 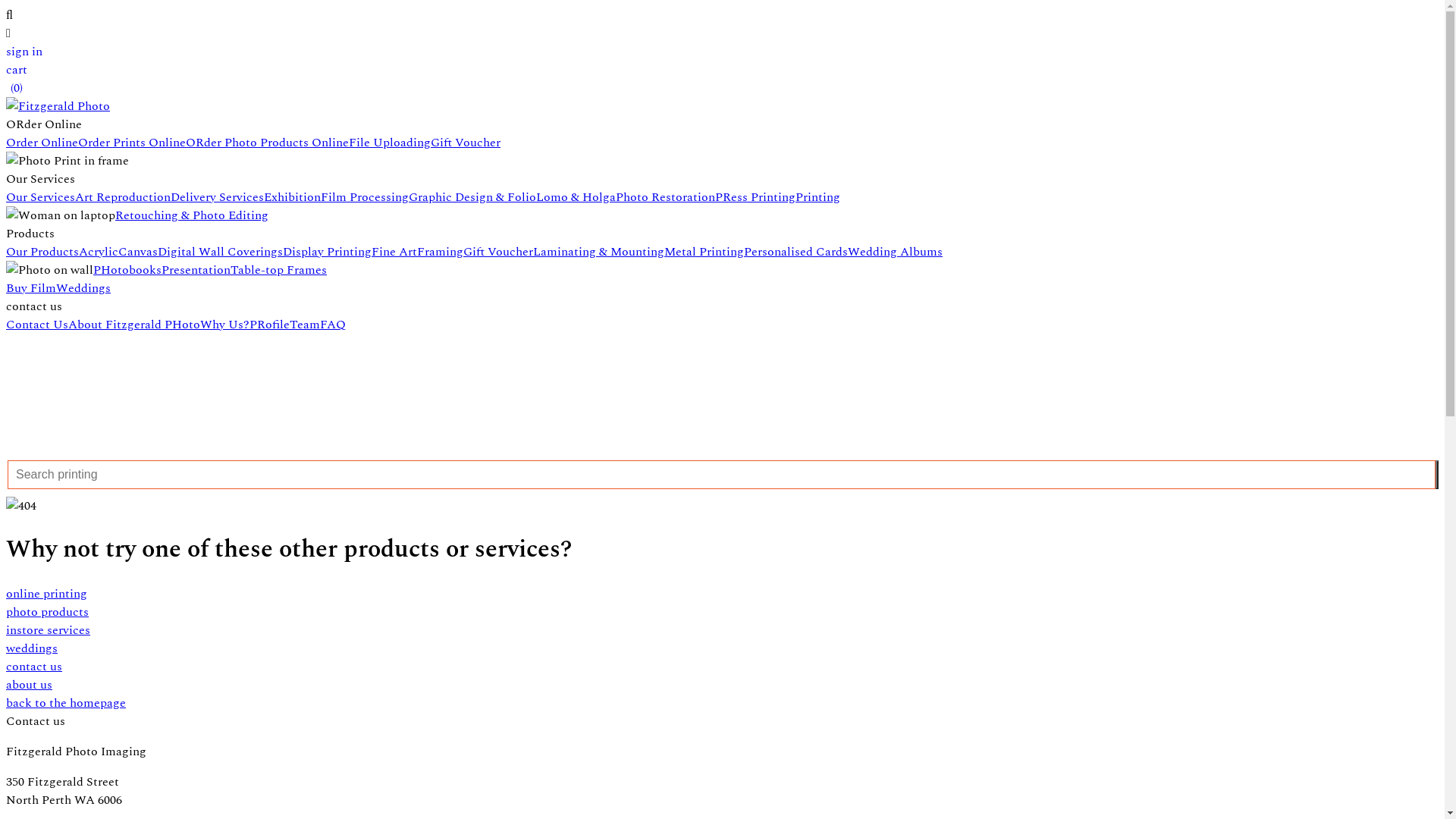 What do you see at coordinates (216, 196) in the screenshot?
I see `'Delivery Services'` at bounding box center [216, 196].